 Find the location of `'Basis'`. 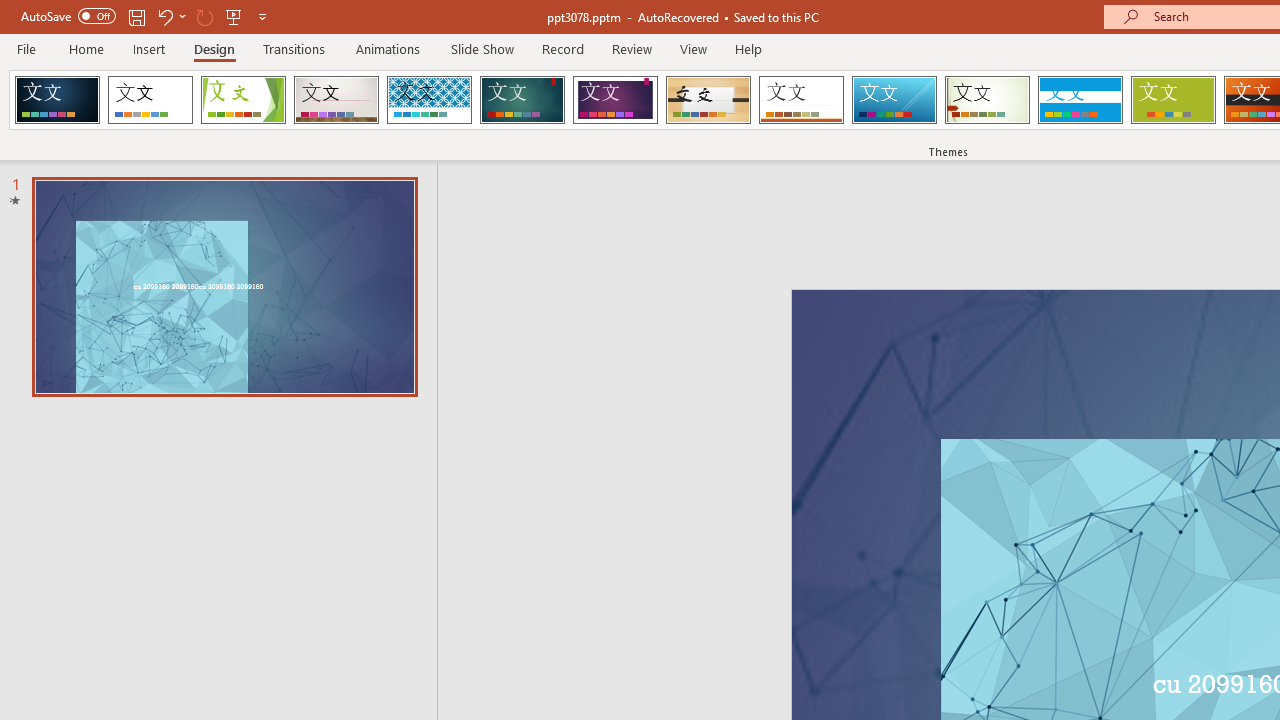

'Basis' is located at coordinates (1173, 100).